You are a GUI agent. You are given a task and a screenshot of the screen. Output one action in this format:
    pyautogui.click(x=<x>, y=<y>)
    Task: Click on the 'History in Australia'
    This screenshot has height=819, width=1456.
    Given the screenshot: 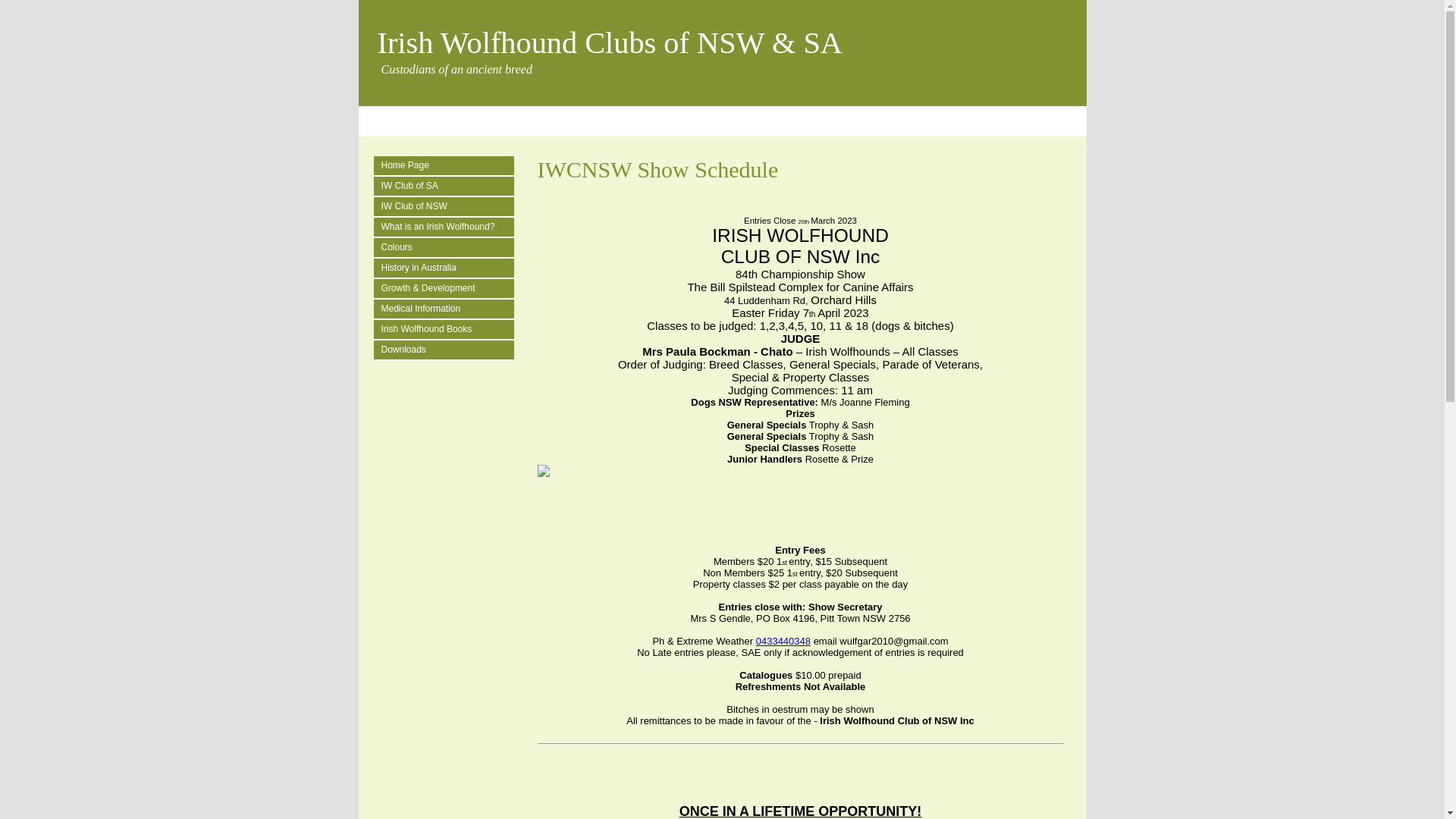 What is the action you would take?
    pyautogui.click(x=446, y=267)
    